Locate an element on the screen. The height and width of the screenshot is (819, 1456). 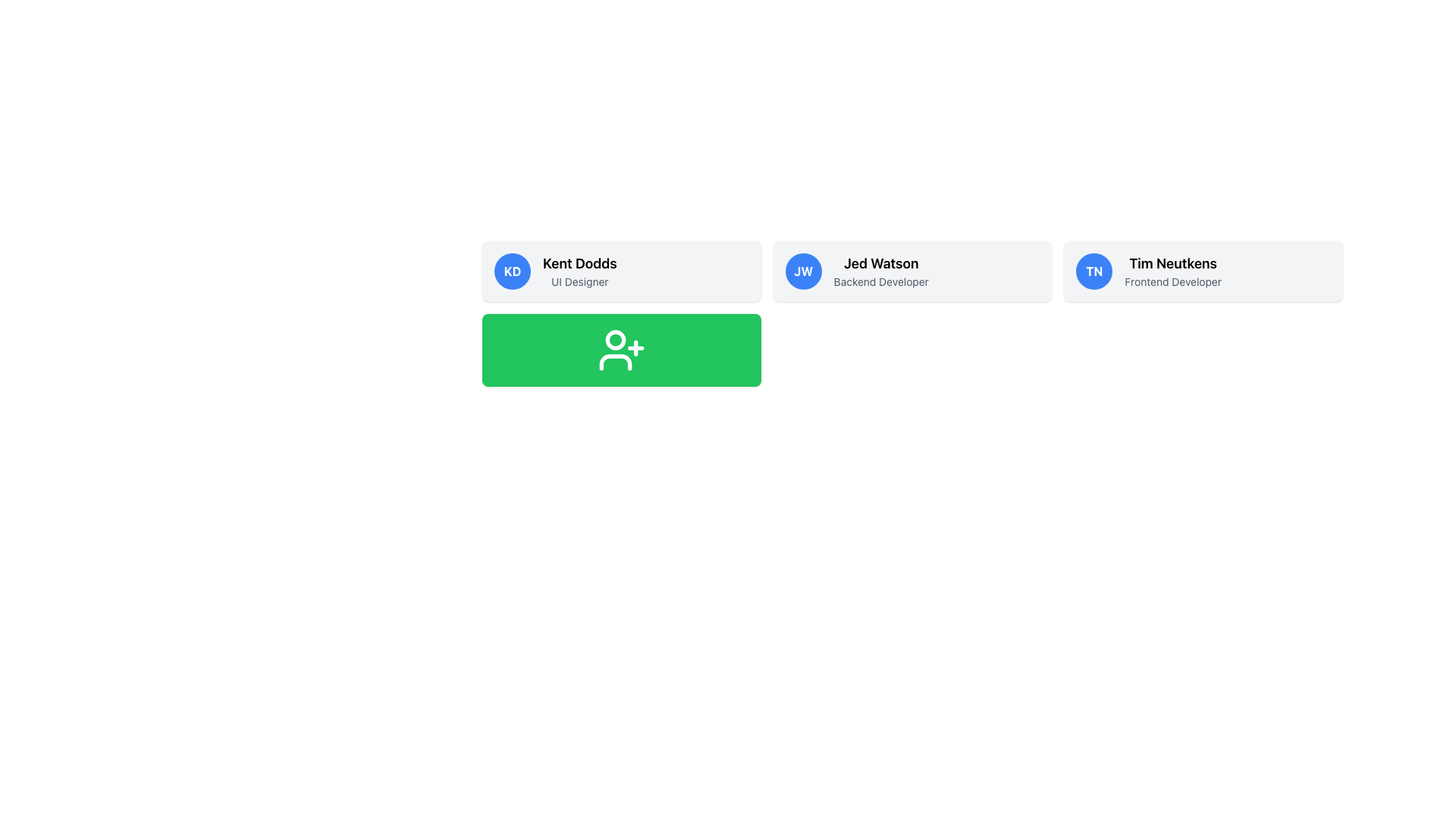
the text display showing 'Tim Neutkens' and 'Frontend Developer' within the third user card is located at coordinates (1172, 271).